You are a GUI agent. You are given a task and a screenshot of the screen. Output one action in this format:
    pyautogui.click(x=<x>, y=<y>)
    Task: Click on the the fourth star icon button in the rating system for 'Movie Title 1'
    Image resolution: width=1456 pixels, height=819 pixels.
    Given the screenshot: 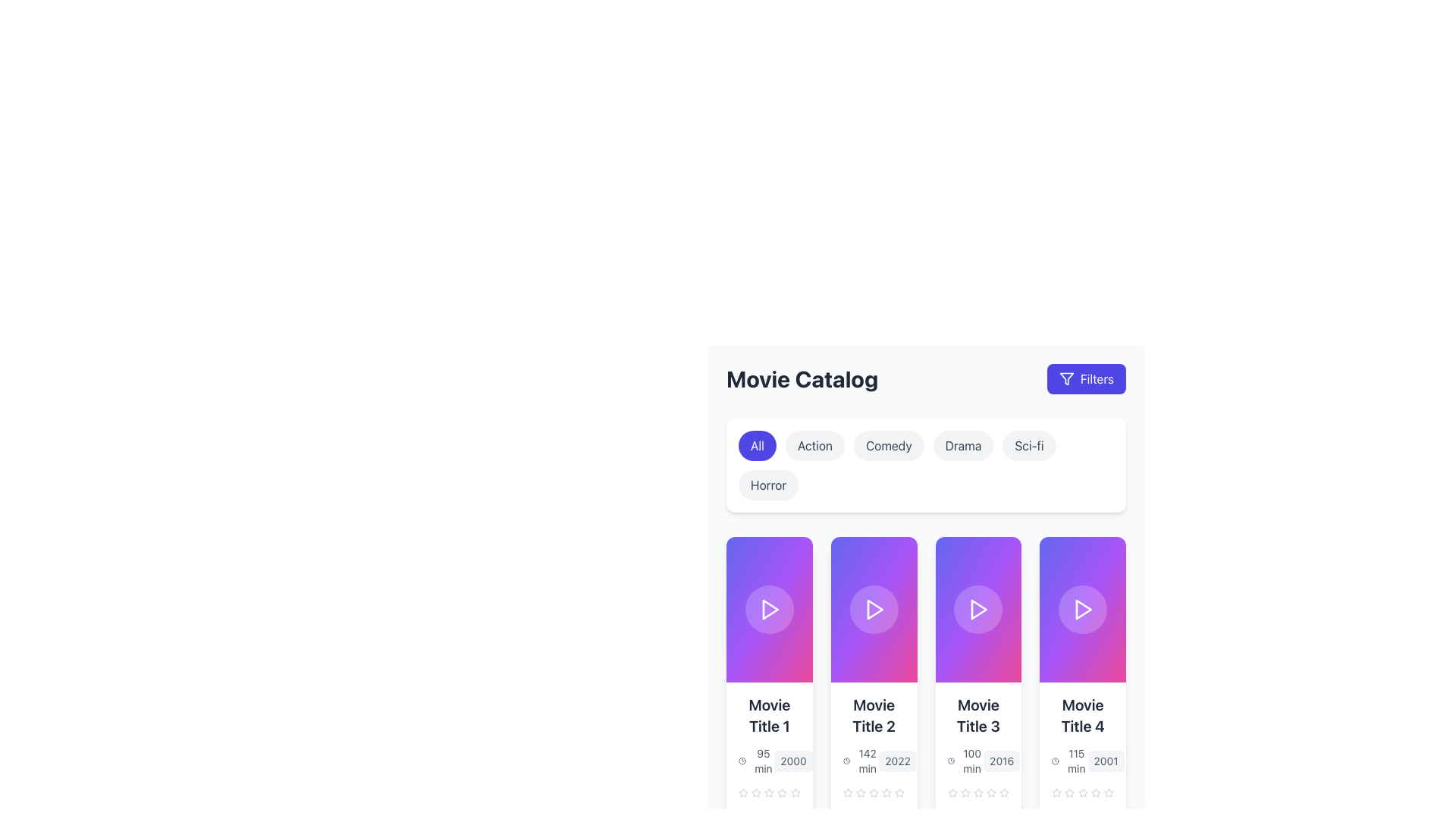 What is the action you would take?
    pyautogui.click(x=769, y=792)
    